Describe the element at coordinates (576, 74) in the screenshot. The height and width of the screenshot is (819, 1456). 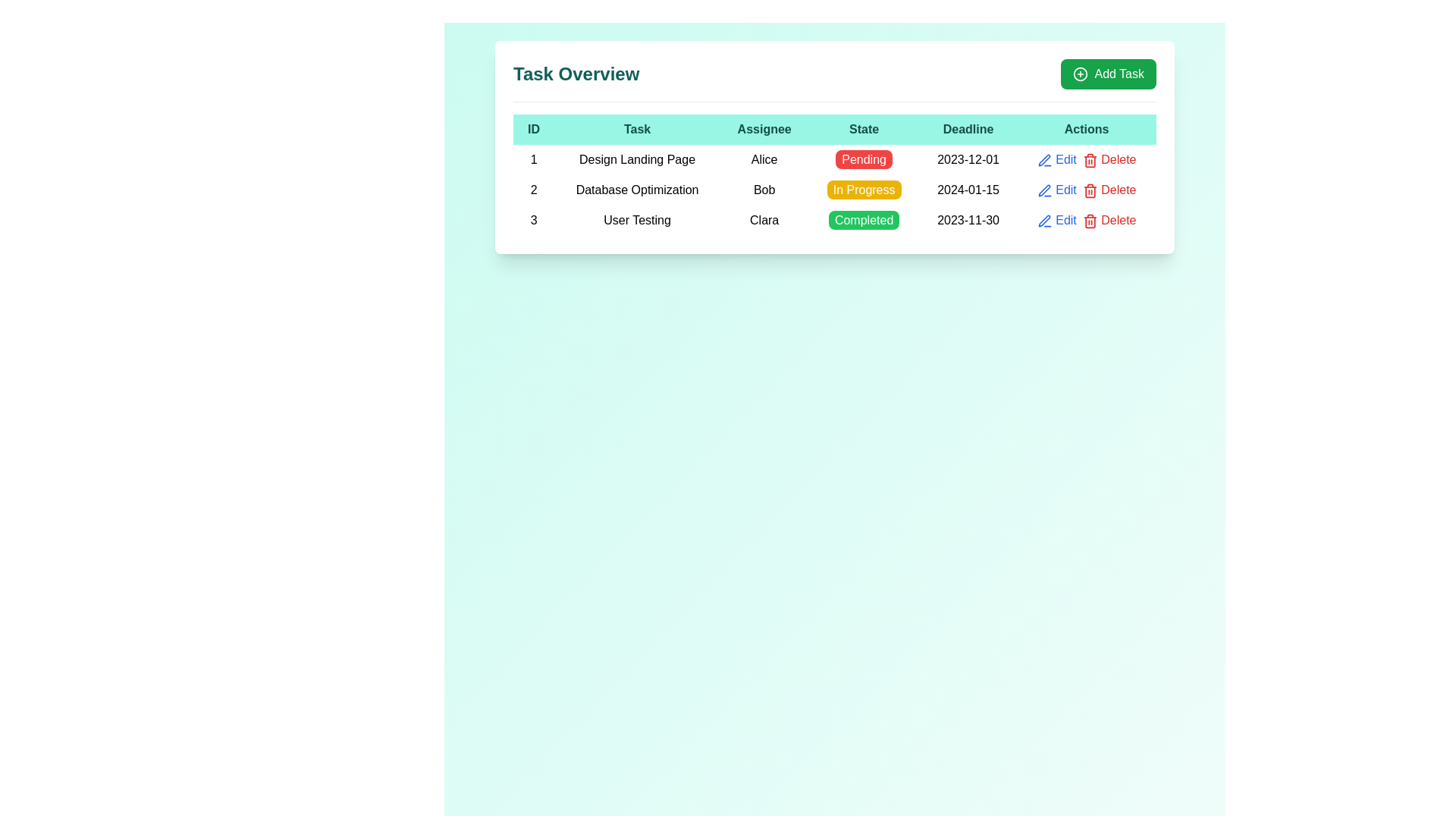
I see `the Text (Heading) element that serves as a title for the task management section, located to the left of the 'Add Task' button` at that location.